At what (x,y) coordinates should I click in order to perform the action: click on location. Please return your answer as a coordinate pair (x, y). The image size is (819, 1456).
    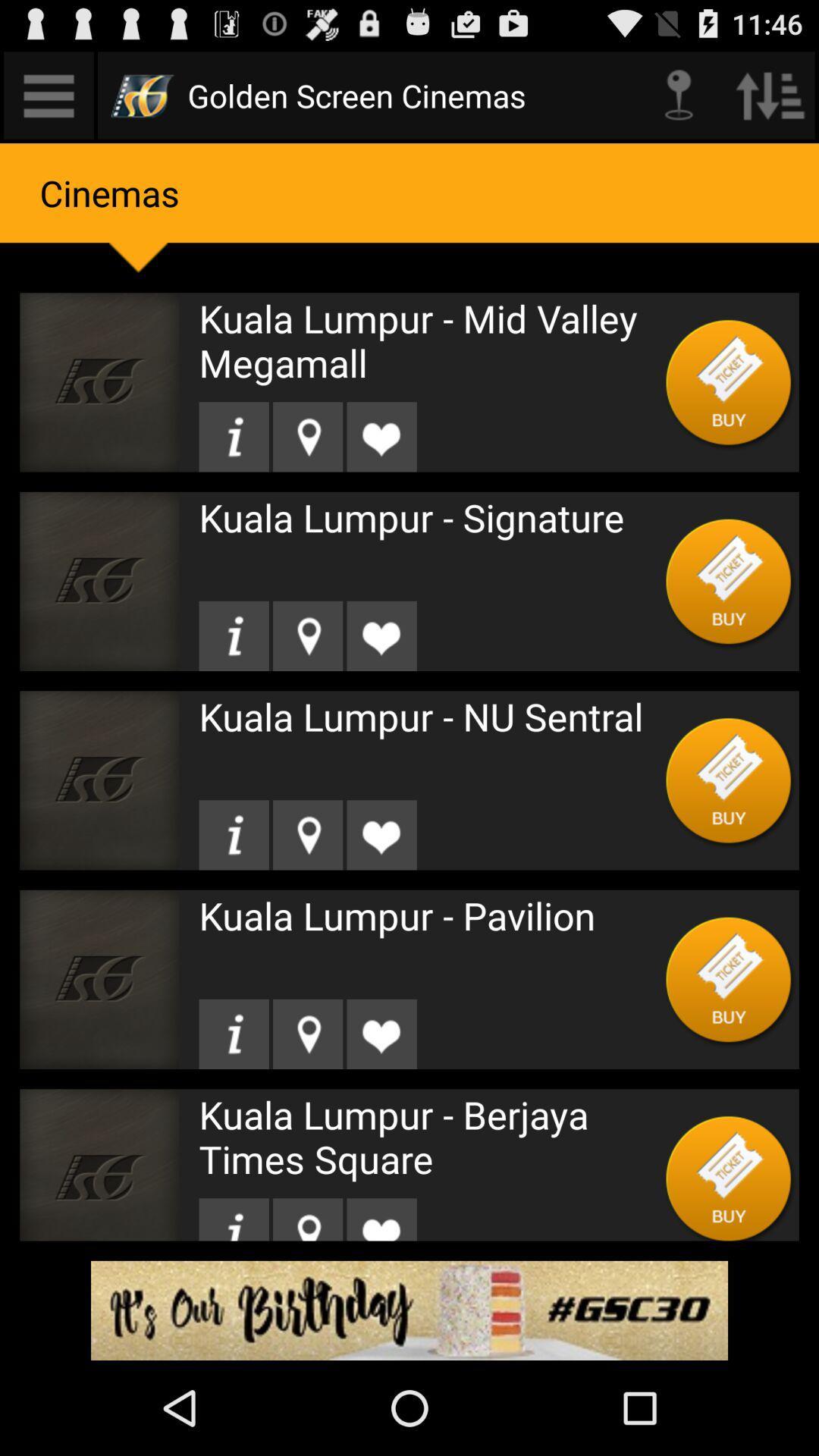
    Looking at the image, I should click on (307, 834).